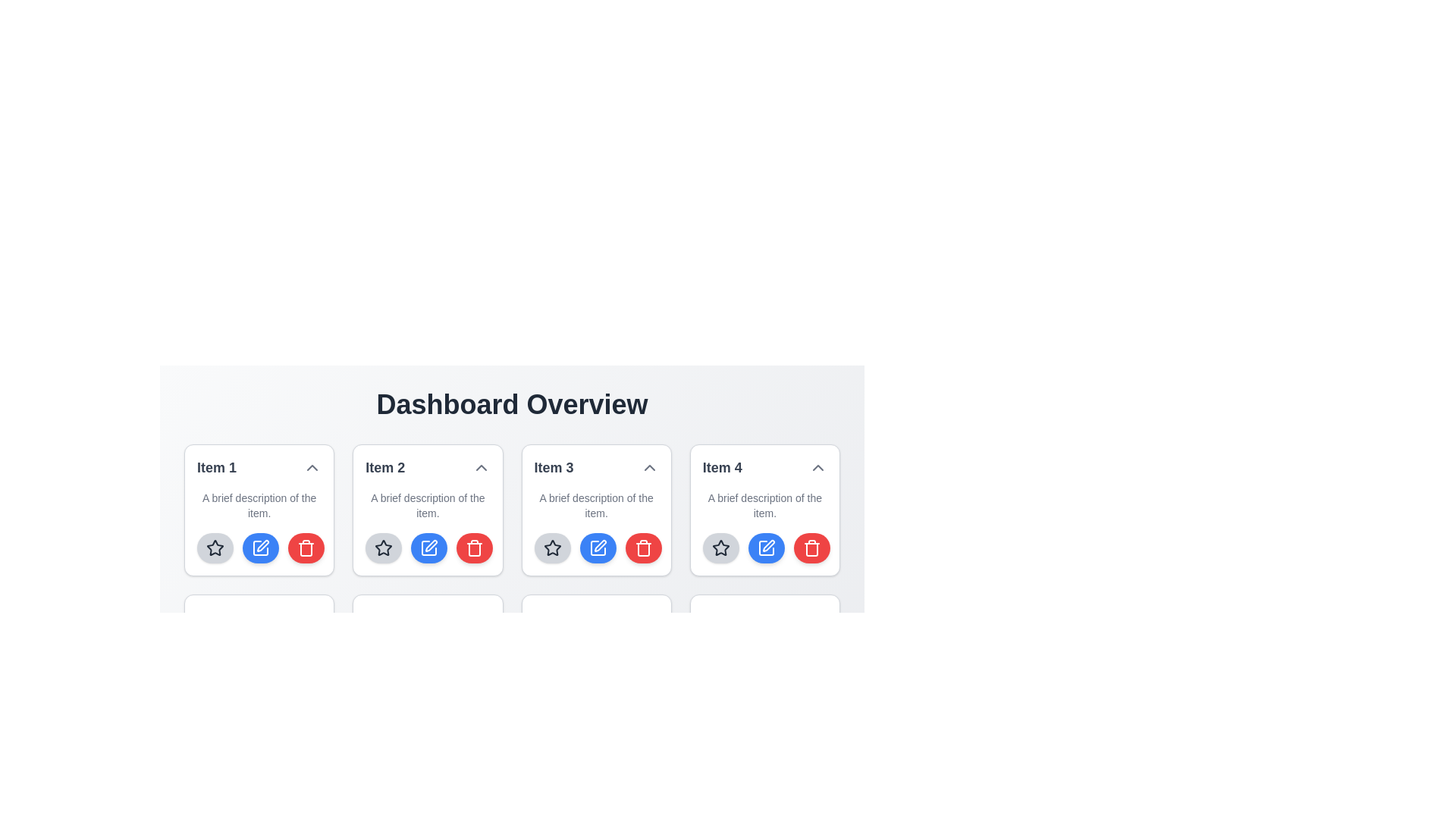  Describe the element at coordinates (768, 546) in the screenshot. I see `the SVG Icon embedded within the blue circular button located in the fourth item card of the 'Dashboard Overview' section` at that location.